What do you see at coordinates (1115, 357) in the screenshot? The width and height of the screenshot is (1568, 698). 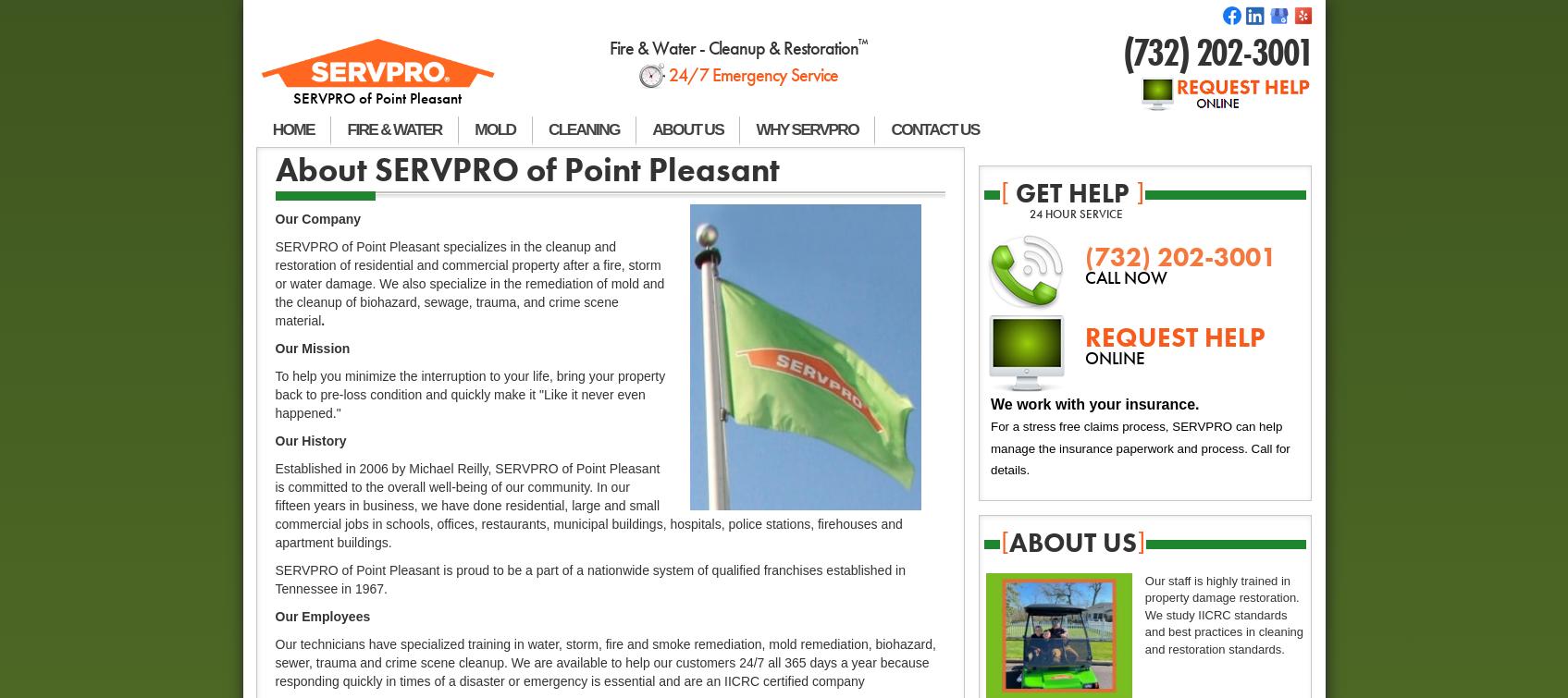 I see `'ONLINE'` at bounding box center [1115, 357].